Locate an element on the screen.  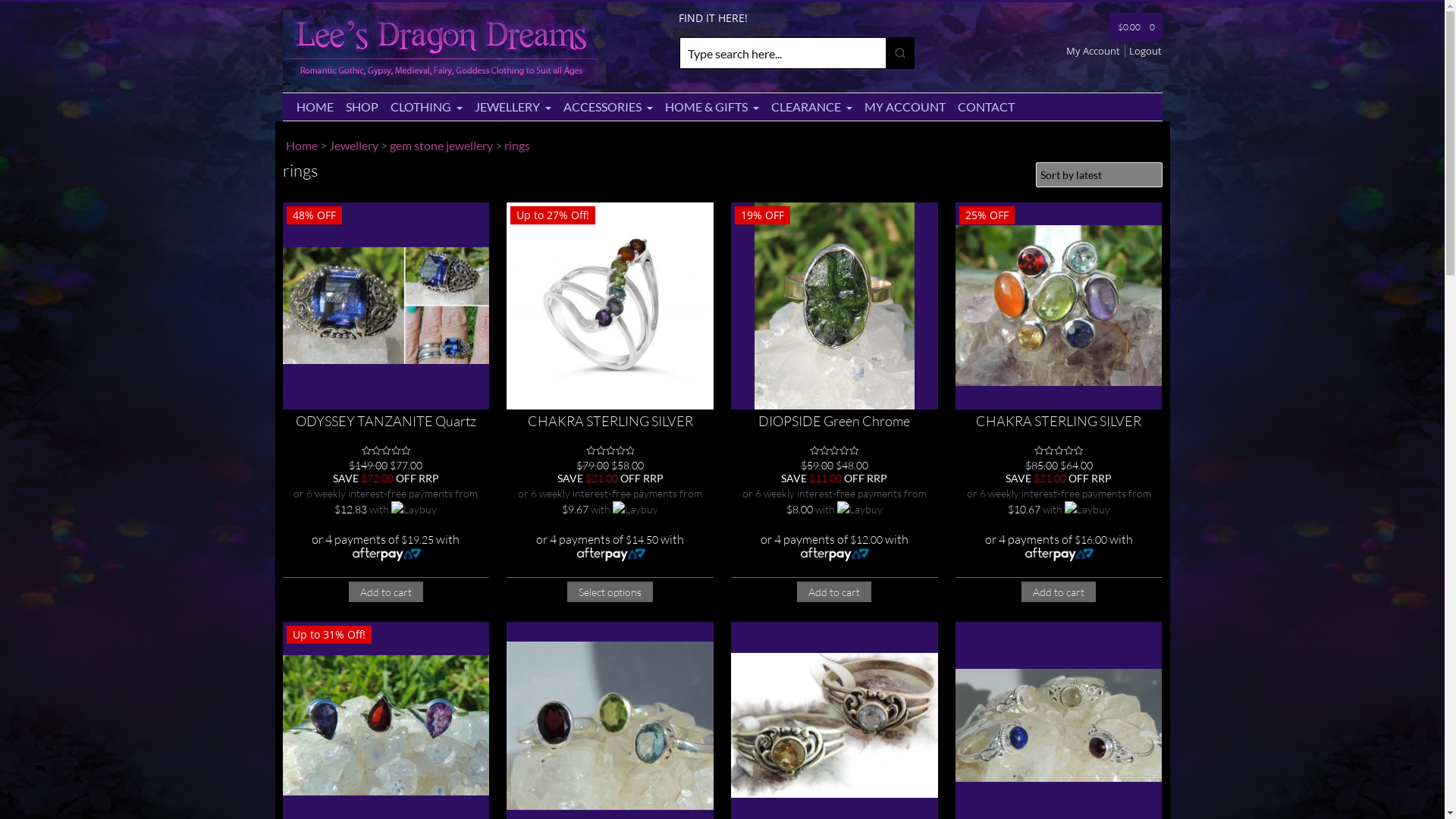
'Logout' is located at coordinates (1145, 49).